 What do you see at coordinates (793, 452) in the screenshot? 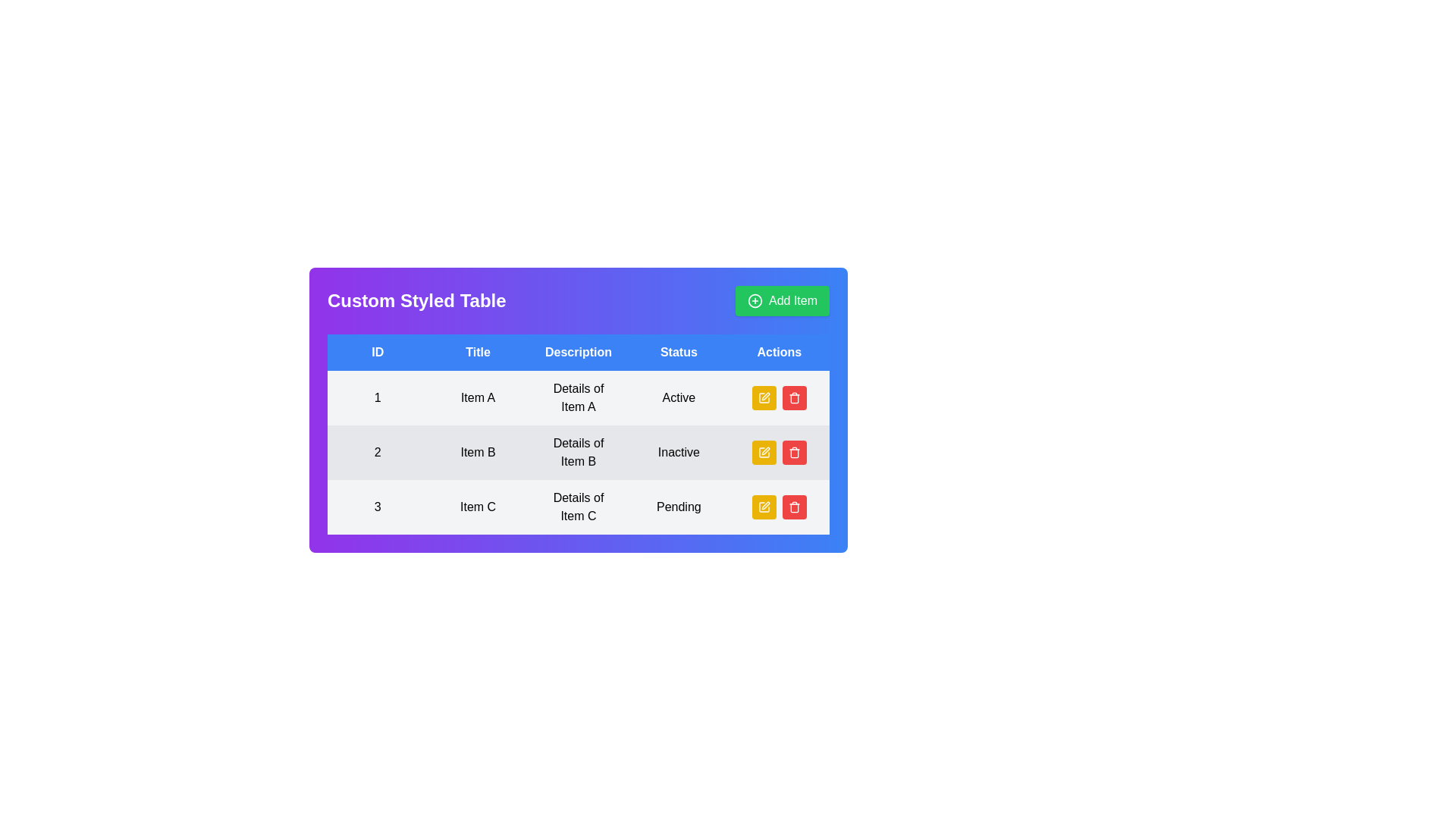
I see `the delete button located at the right end of the row in the 'Actions' column` at bounding box center [793, 452].